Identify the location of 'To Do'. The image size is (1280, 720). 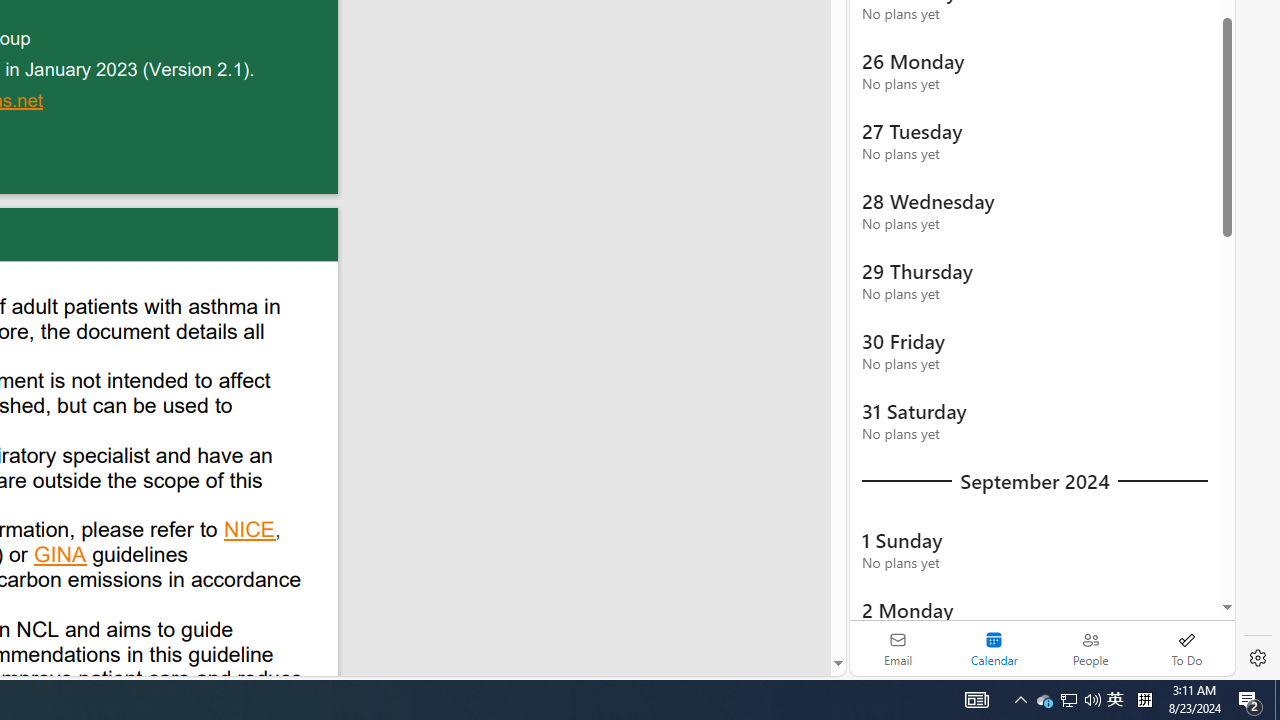
(1186, 648).